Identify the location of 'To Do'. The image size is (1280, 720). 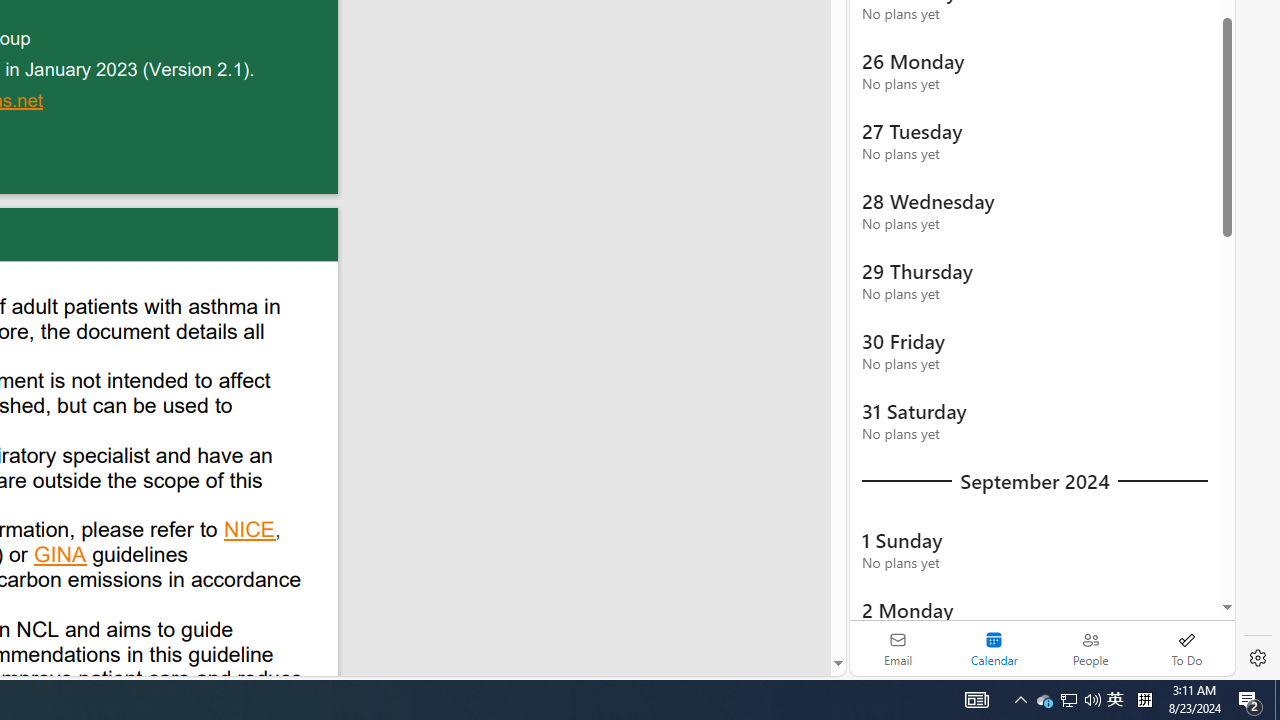
(1186, 648).